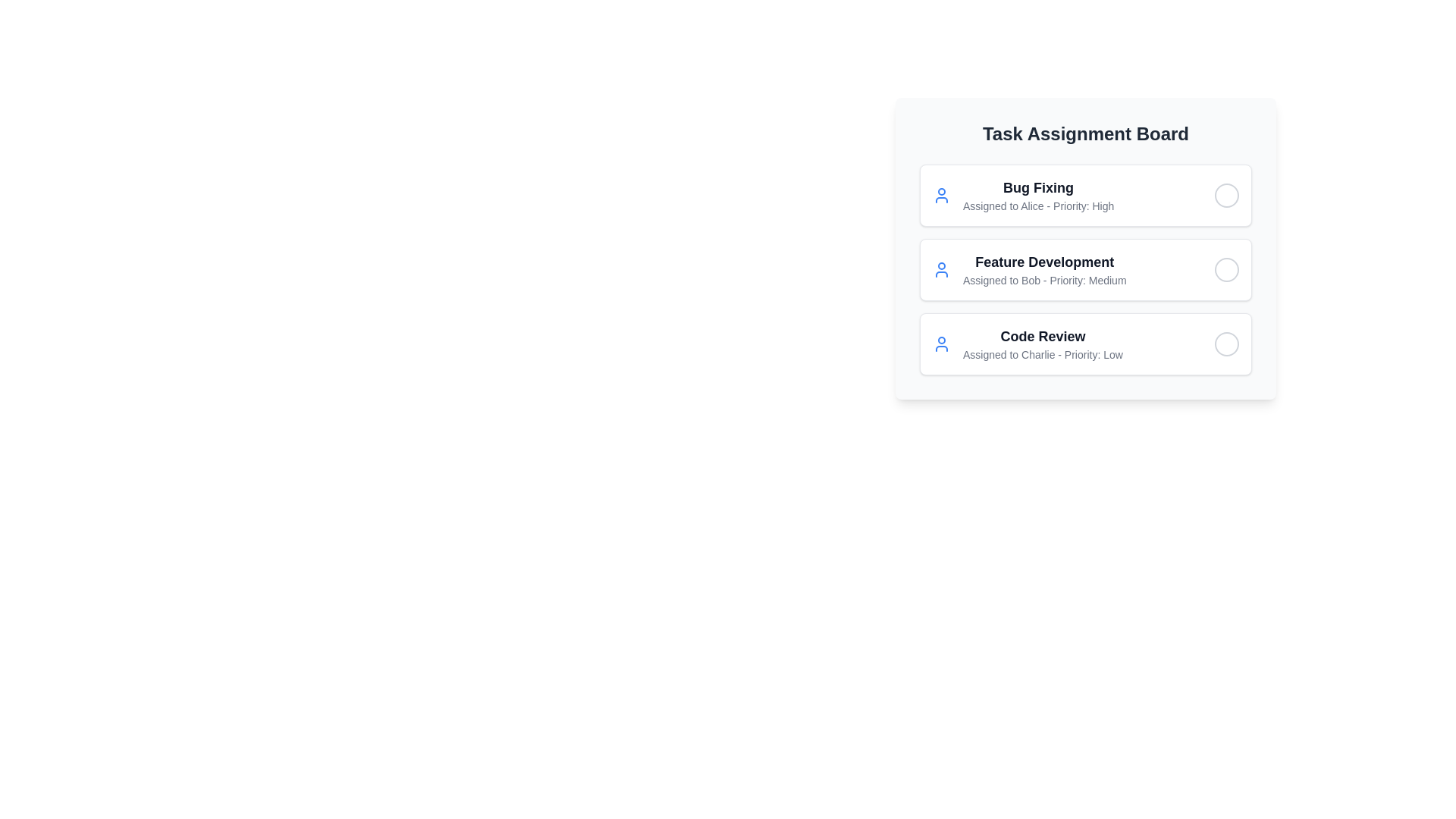  Describe the element at coordinates (1084, 195) in the screenshot. I see `the 'Bug Fixing' task card, which is the topmost element` at that location.